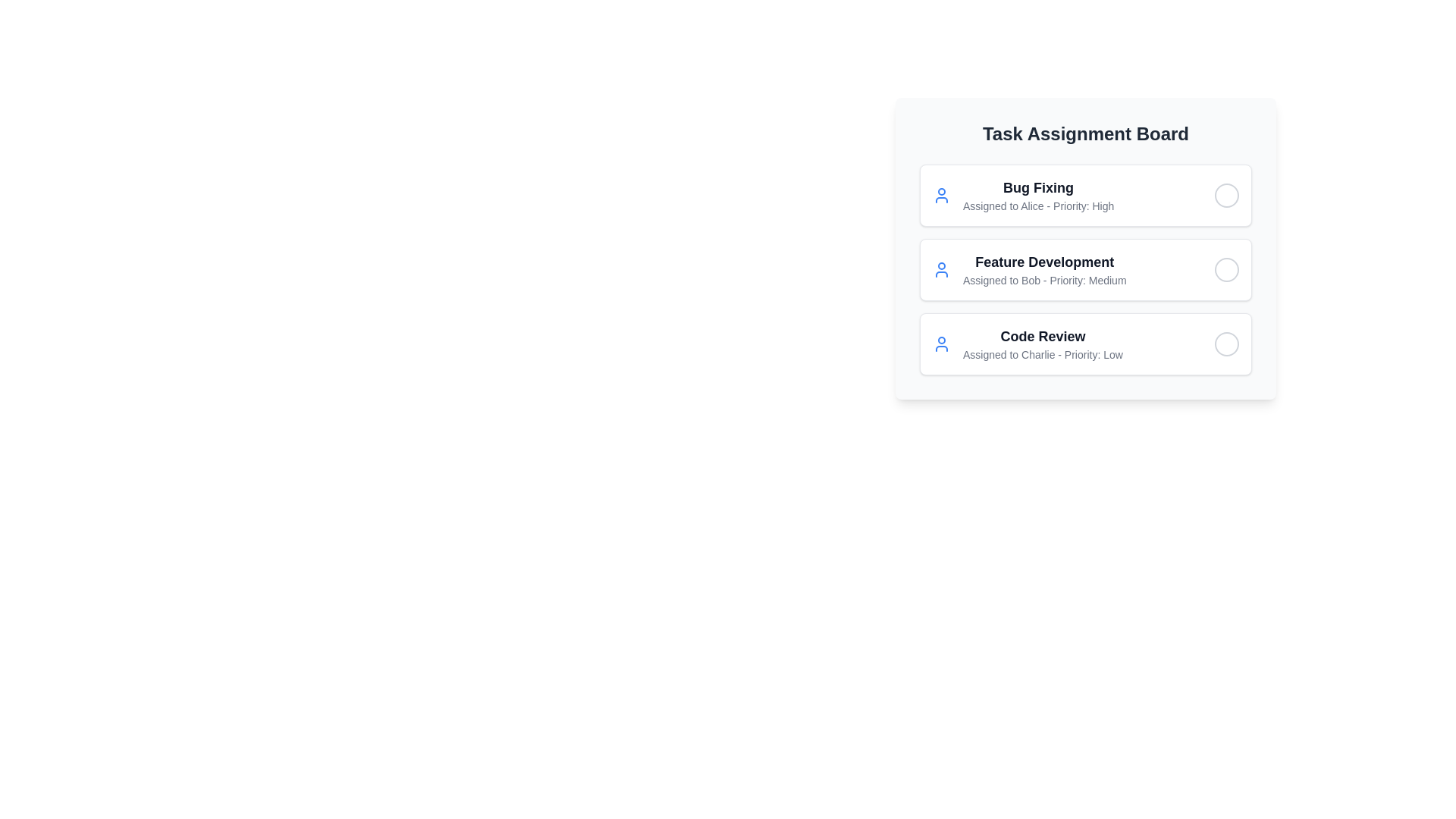  Describe the element at coordinates (1084, 195) in the screenshot. I see `the 'Bug Fixing' task card, which is the topmost element` at that location.